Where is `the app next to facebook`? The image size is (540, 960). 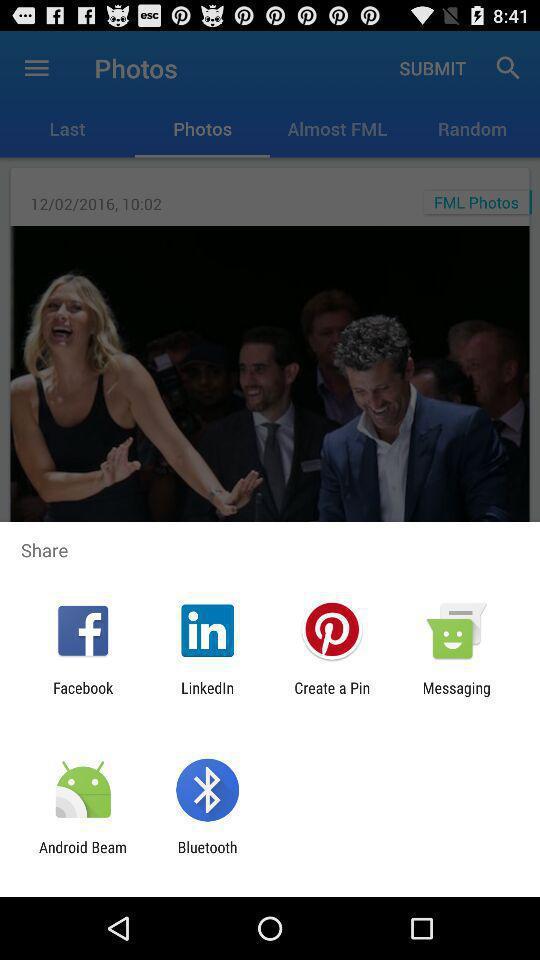
the app next to facebook is located at coordinates (206, 696).